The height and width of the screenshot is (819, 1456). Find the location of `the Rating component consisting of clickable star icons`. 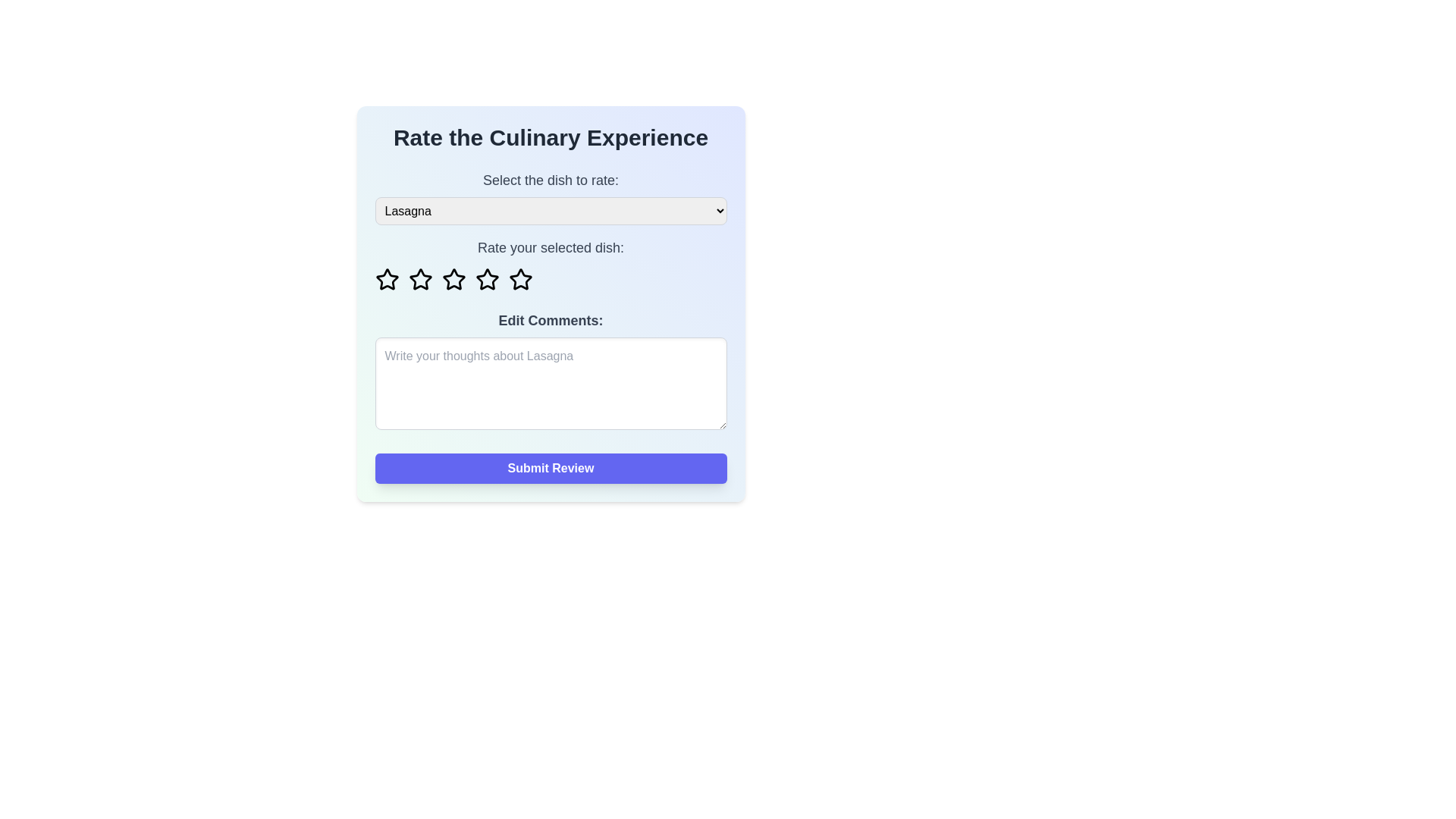

the Rating component consisting of clickable star icons is located at coordinates (550, 280).